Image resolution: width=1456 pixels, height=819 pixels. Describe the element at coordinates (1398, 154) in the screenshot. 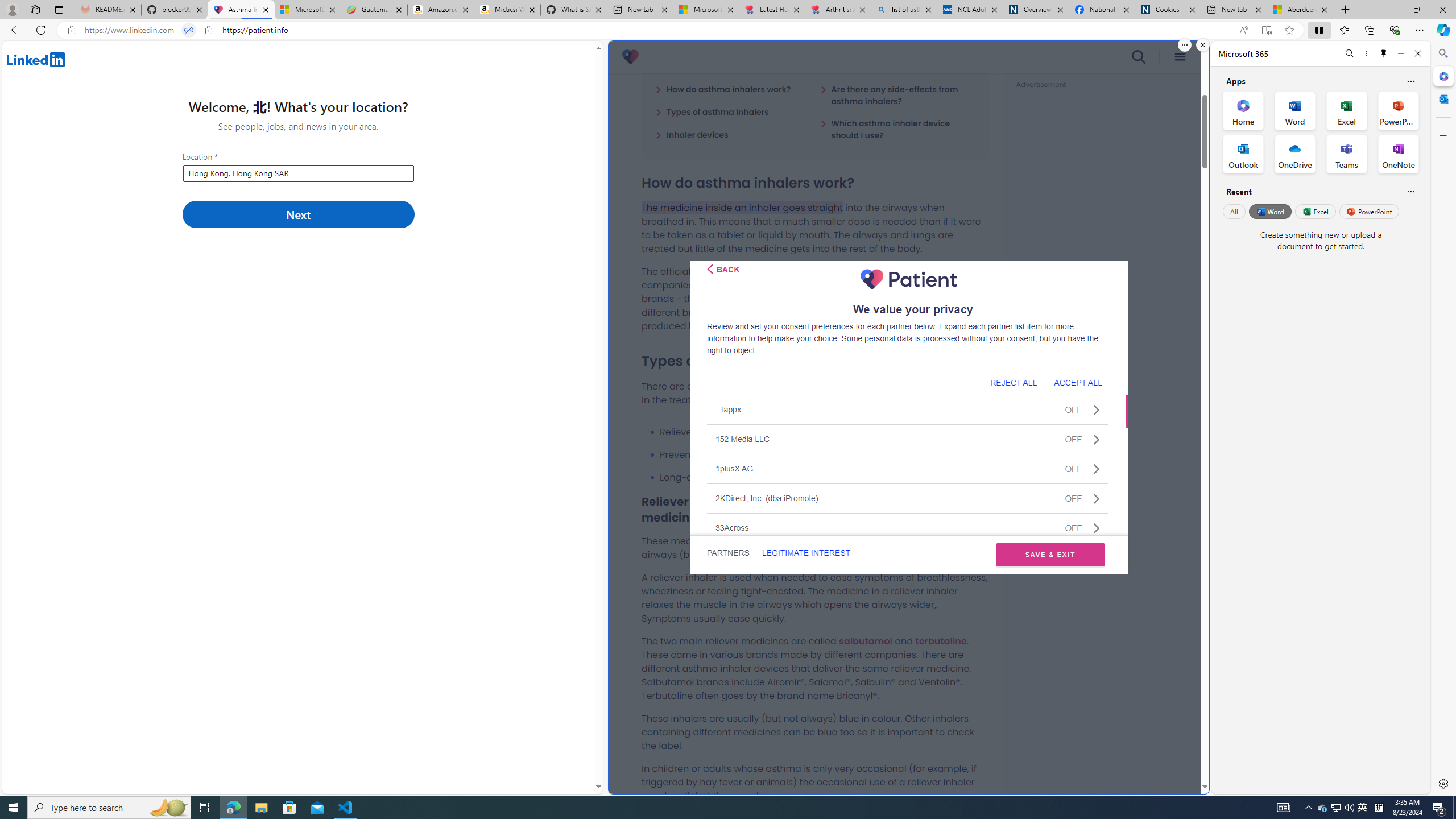

I see `'OneNote Office App'` at that location.